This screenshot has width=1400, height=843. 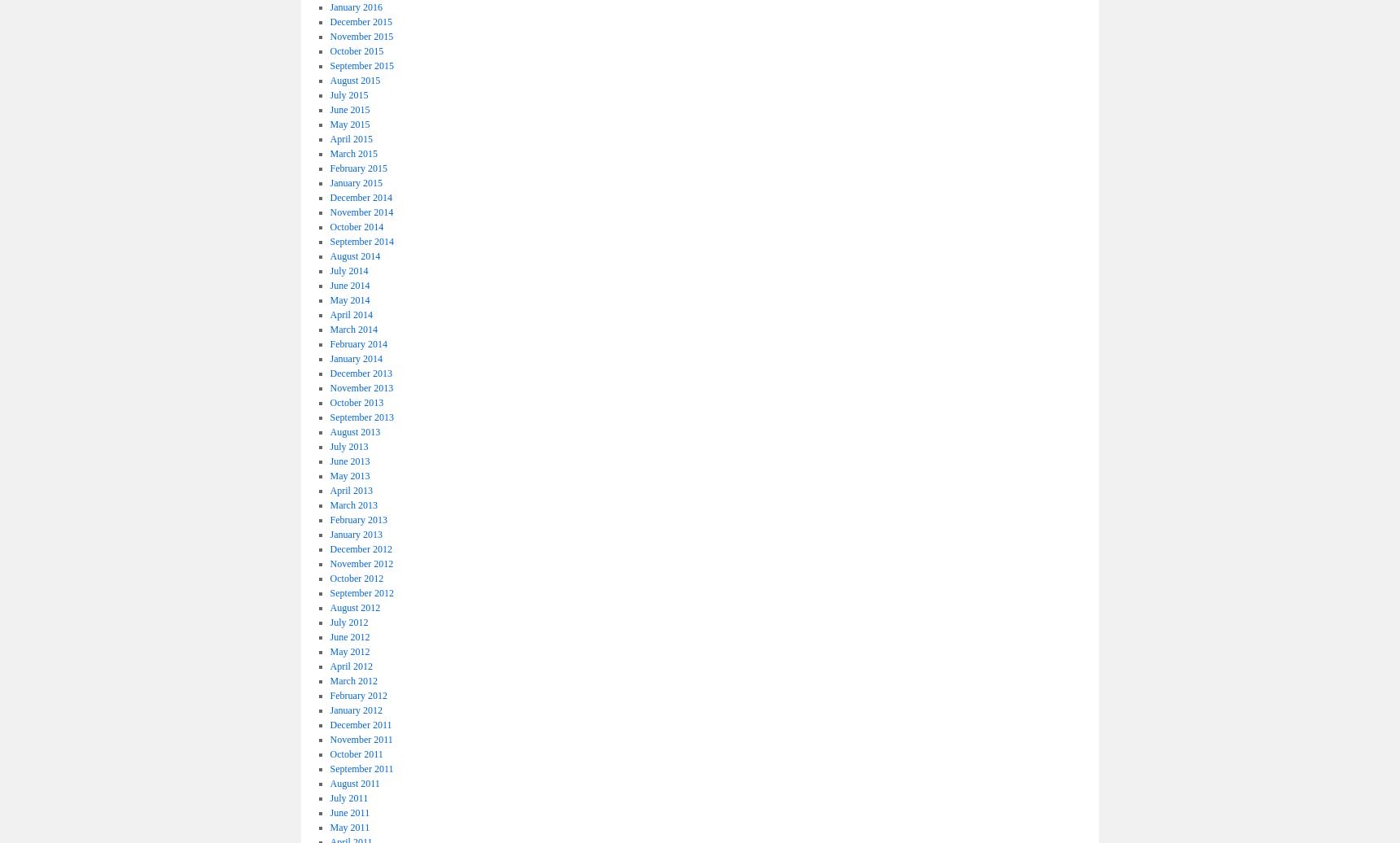 I want to click on 'July 2011', so click(x=348, y=797).